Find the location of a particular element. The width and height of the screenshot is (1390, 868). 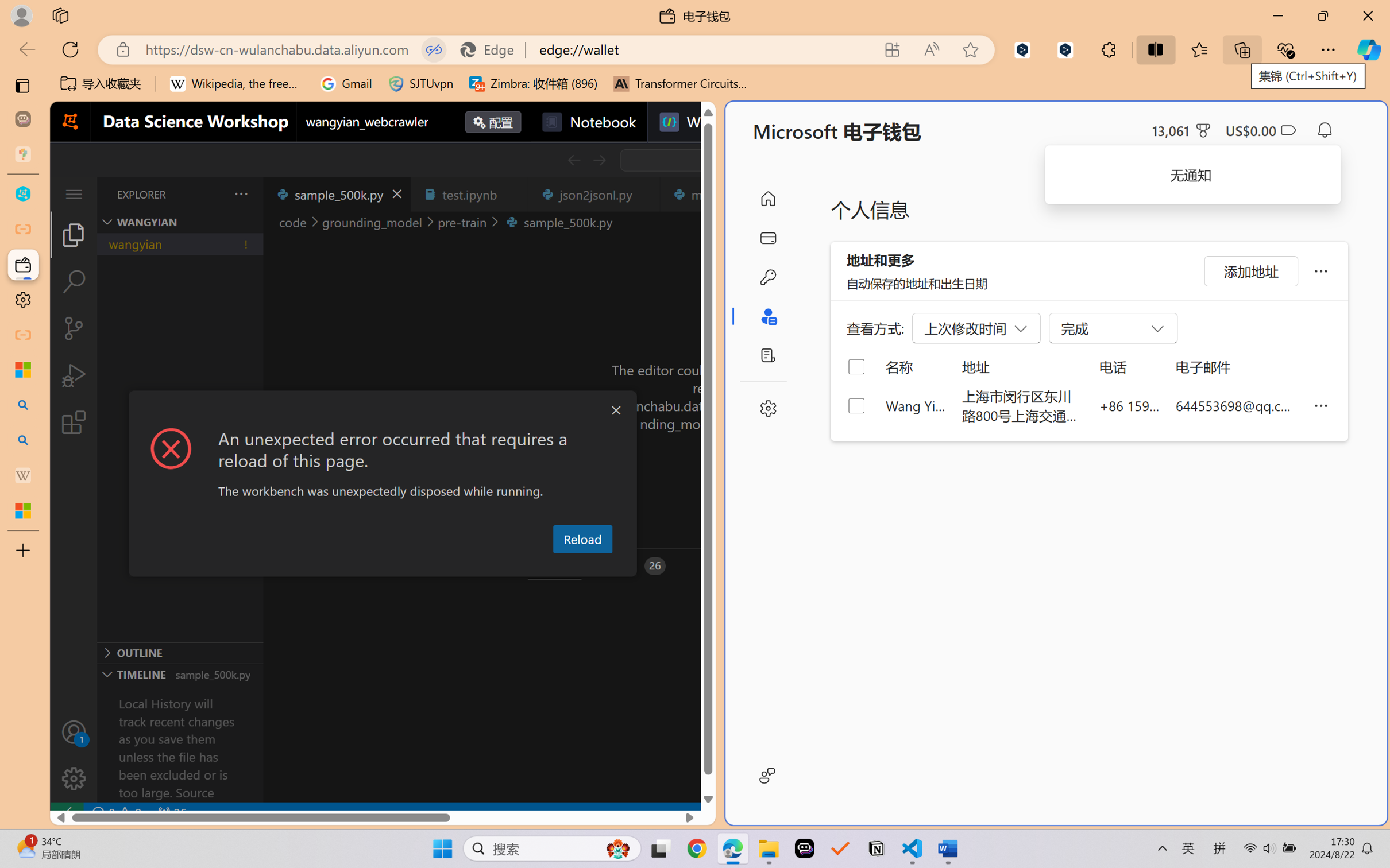

'Run and Debug (Ctrl+Shift+D)' is located at coordinates (73, 375).